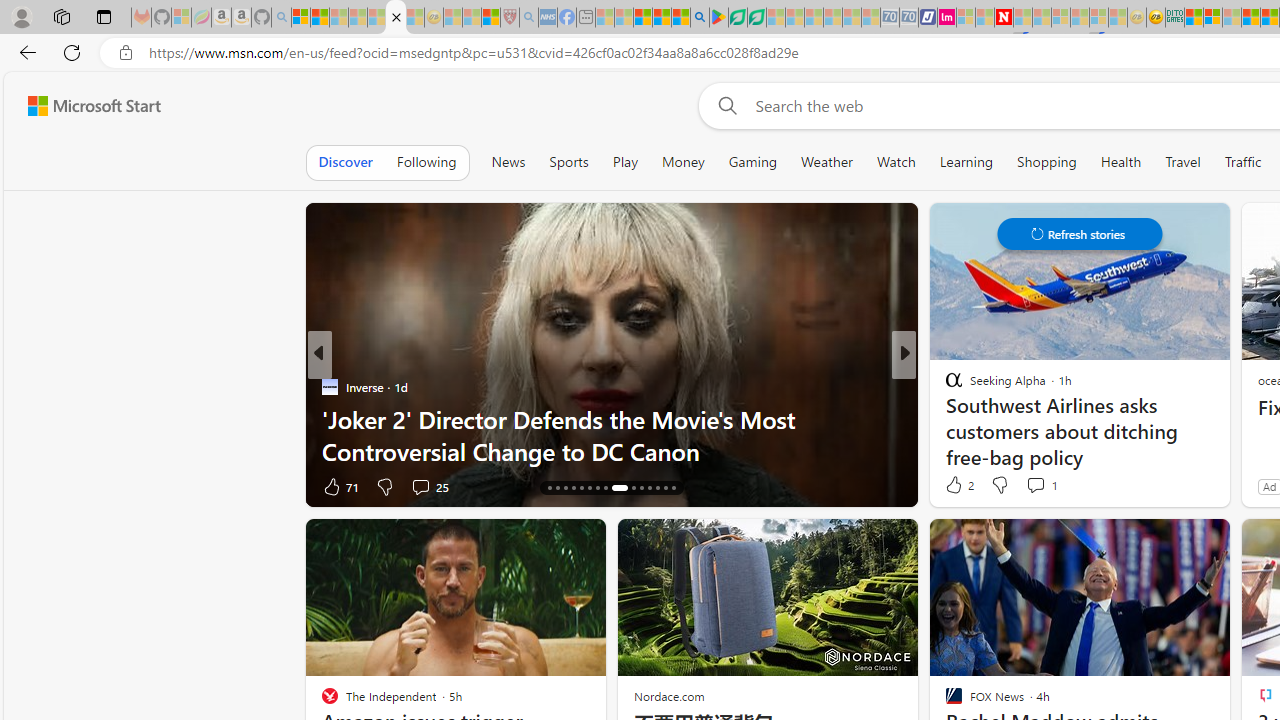 Image resolution: width=1280 pixels, height=720 pixels. I want to click on 'View comments 7 Comment', so click(1041, 486).